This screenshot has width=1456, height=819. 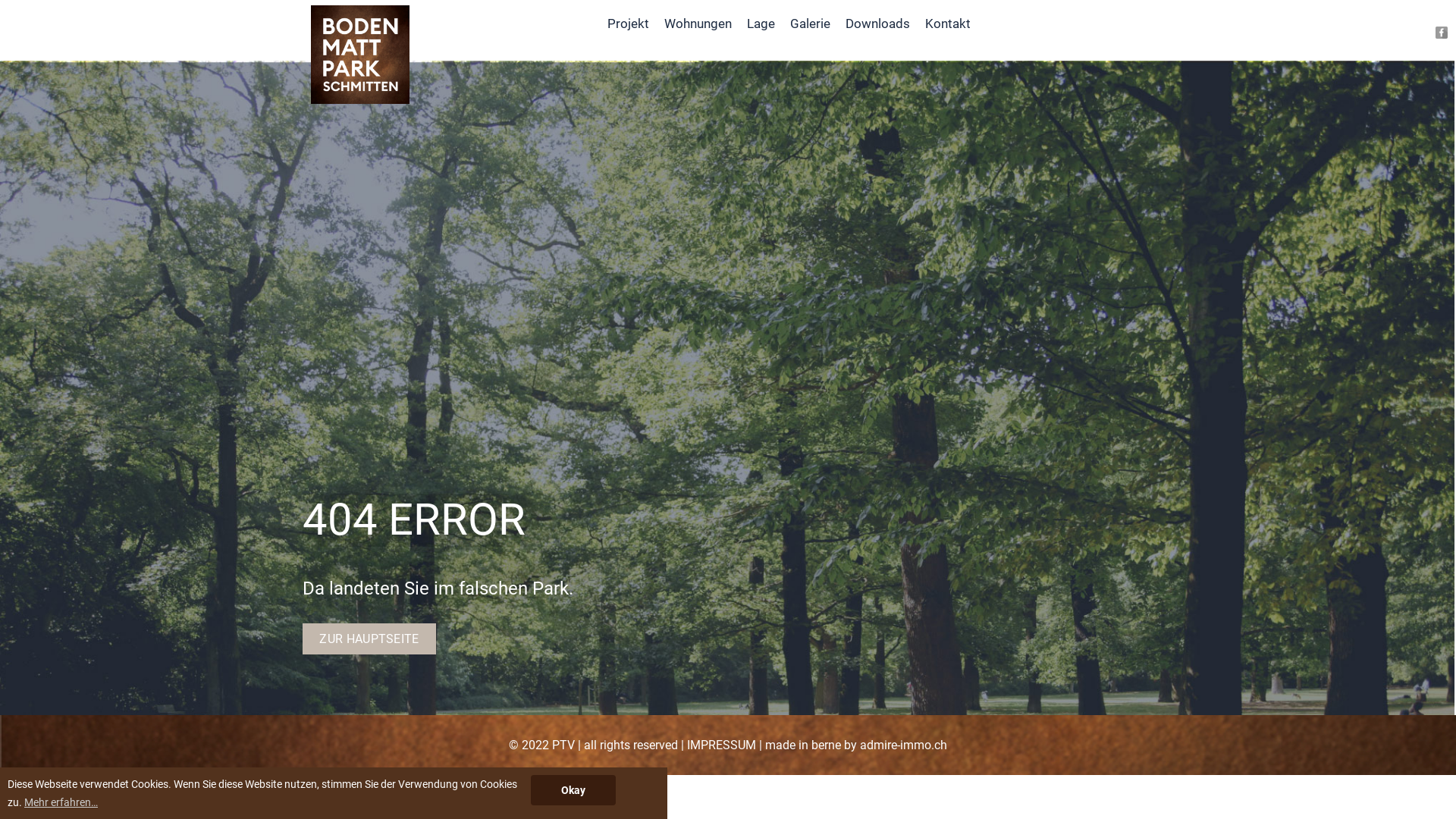 What do you see at coordinates (836, 23) in the screenshot?
I see `'Downloads'` at bounding box center [836, 23].